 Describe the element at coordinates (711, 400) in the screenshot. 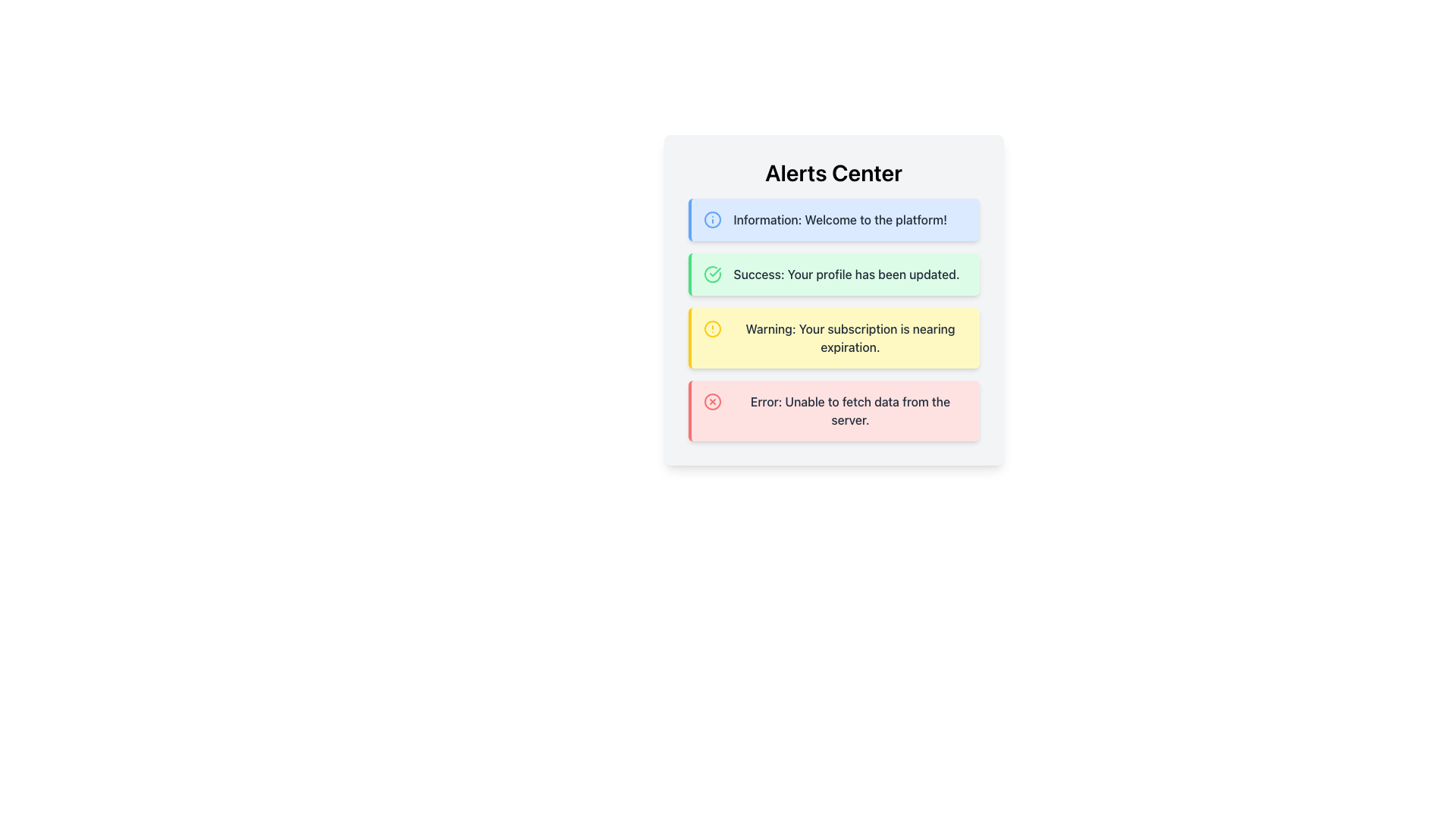

I see `the red circular icon with a cross inside it, which is located on the left side of the last alert box displaying the error message 'Error: Unable to fetch data from the server.'` at that location.